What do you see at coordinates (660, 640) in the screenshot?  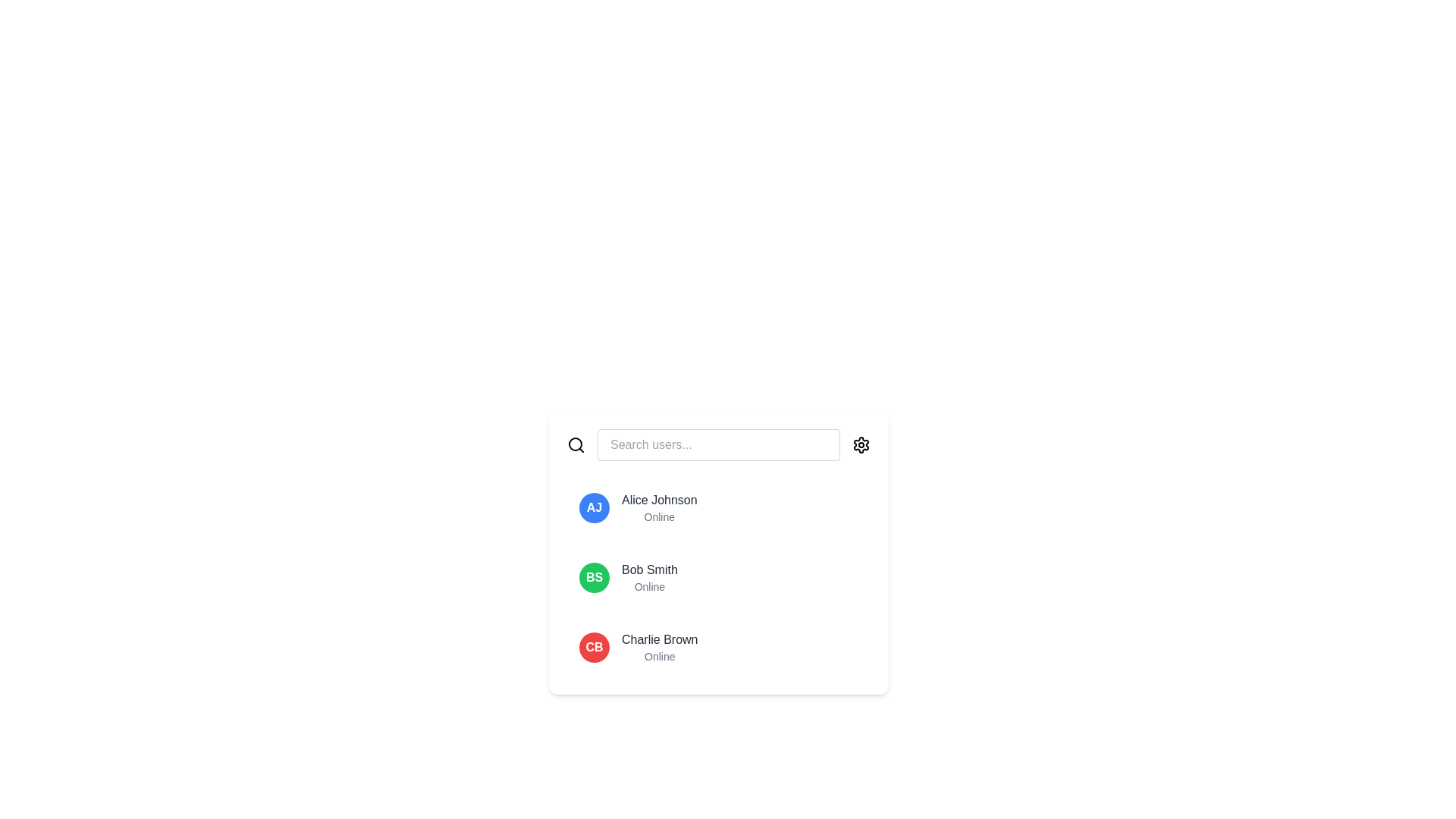 I see `the static text label displaying 'Charlie Brown', which is positioned above the lighter text label 'Online' and associated with a circular red avatar showing 'CB'` at bounding box center [660, 640].